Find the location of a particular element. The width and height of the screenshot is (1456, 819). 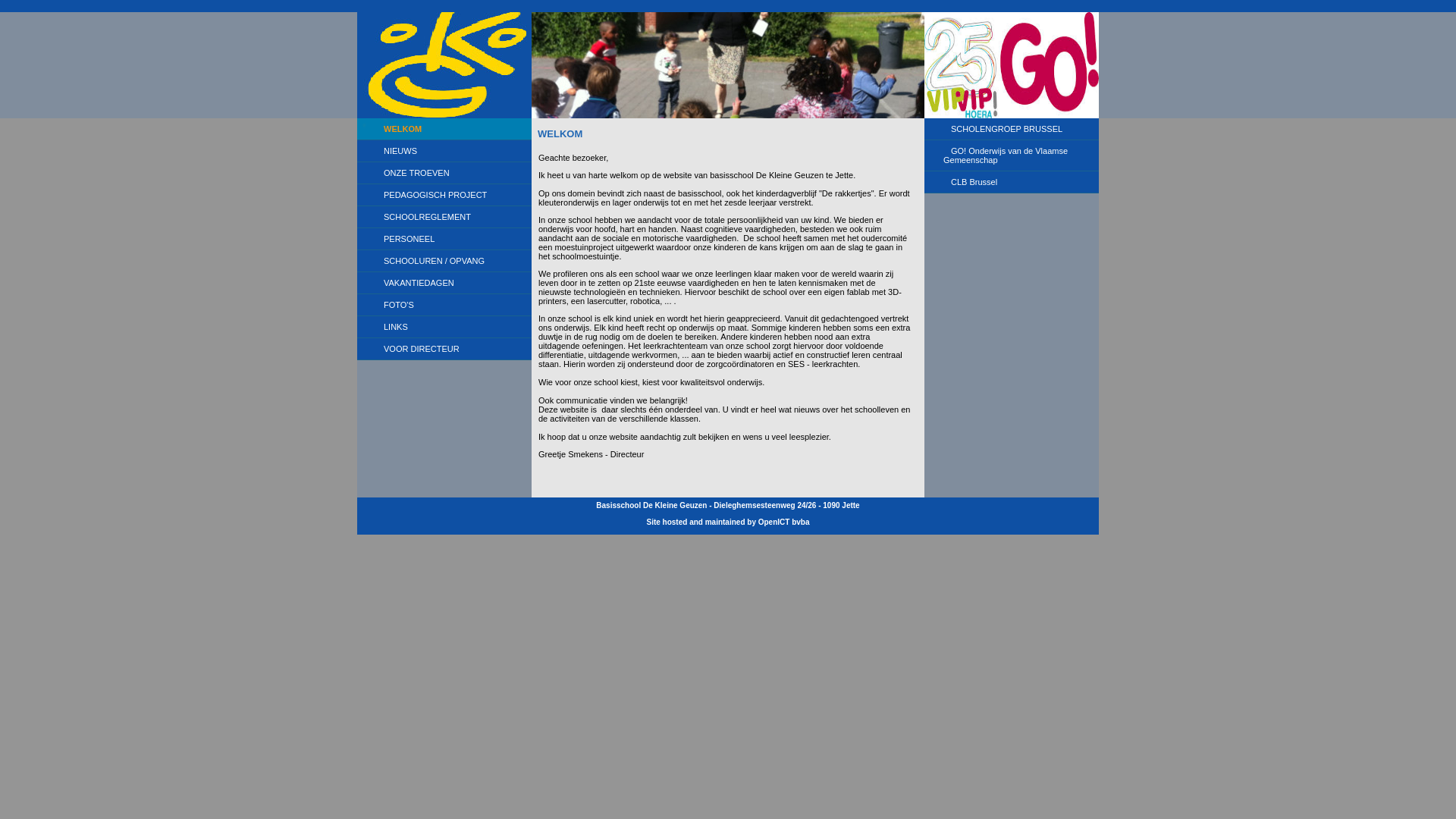

'WELKOM' is located at coordinates (443, 128).